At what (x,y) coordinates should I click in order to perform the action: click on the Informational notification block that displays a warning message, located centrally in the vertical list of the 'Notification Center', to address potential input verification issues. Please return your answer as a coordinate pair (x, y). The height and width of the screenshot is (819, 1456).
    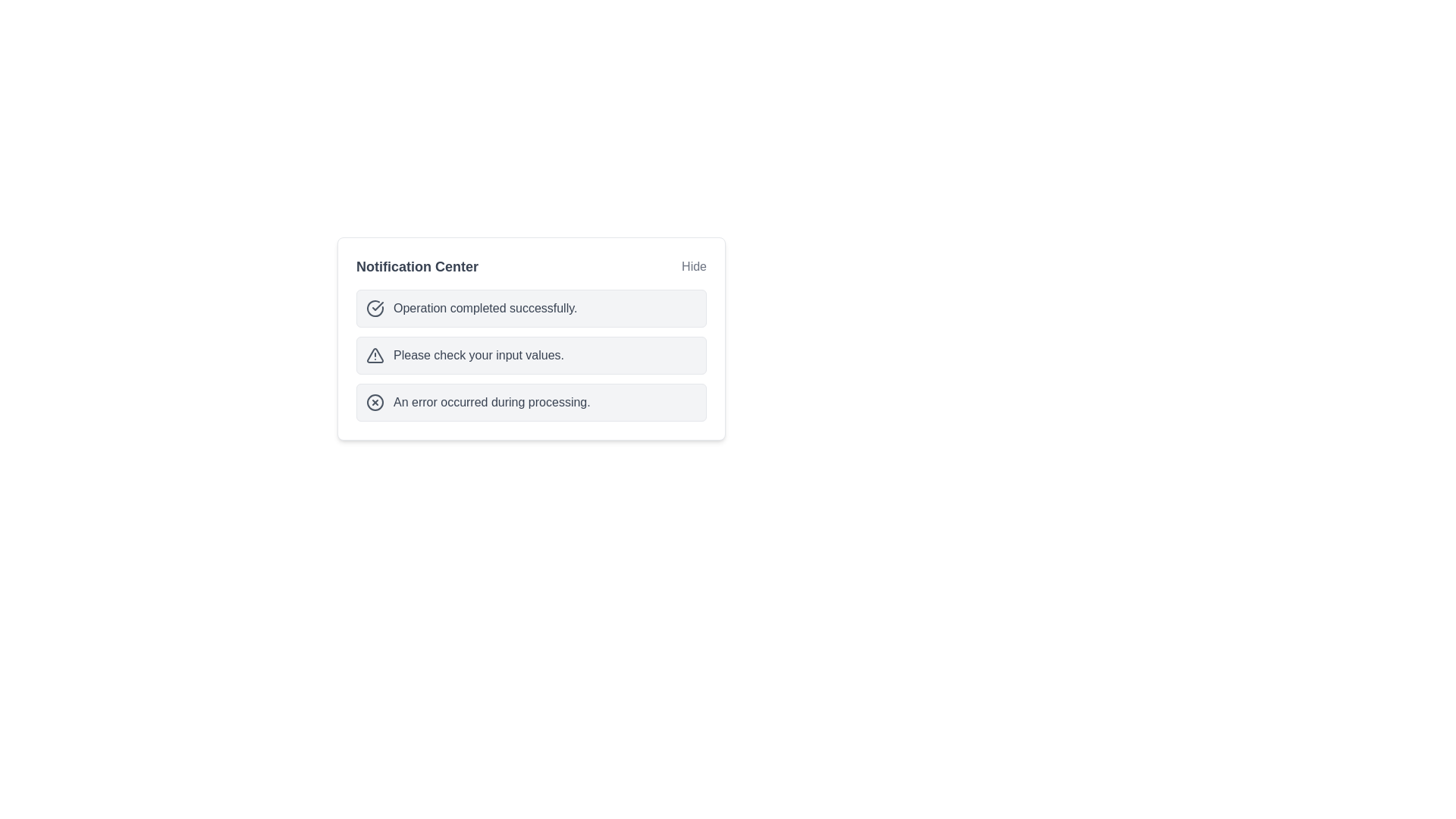
    Looking at the image, I should click on (531, 356).